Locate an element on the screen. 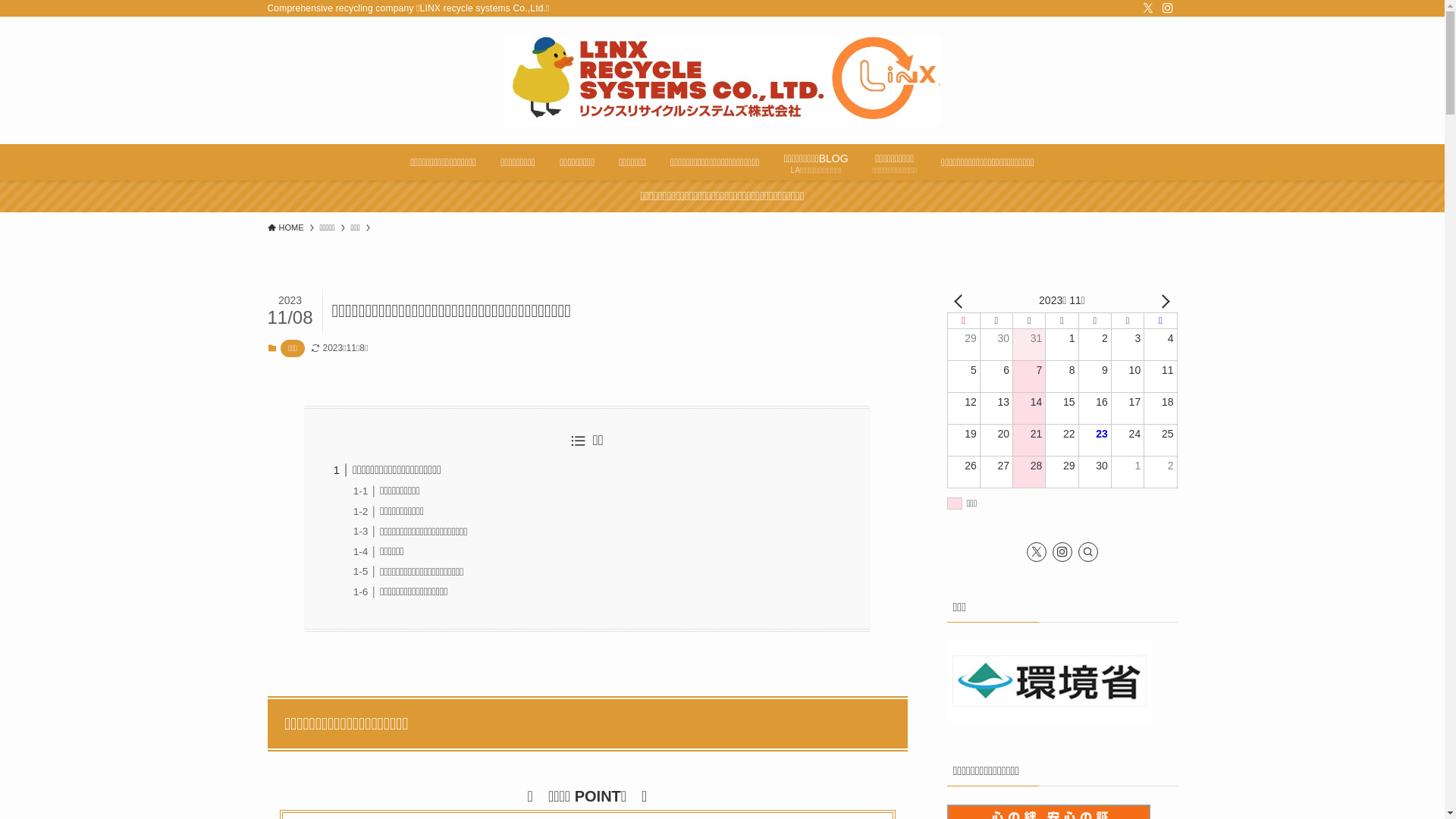 The height and width of the screenshot is (819, 1456). 'HOME' is located at coordinates (284, 227).